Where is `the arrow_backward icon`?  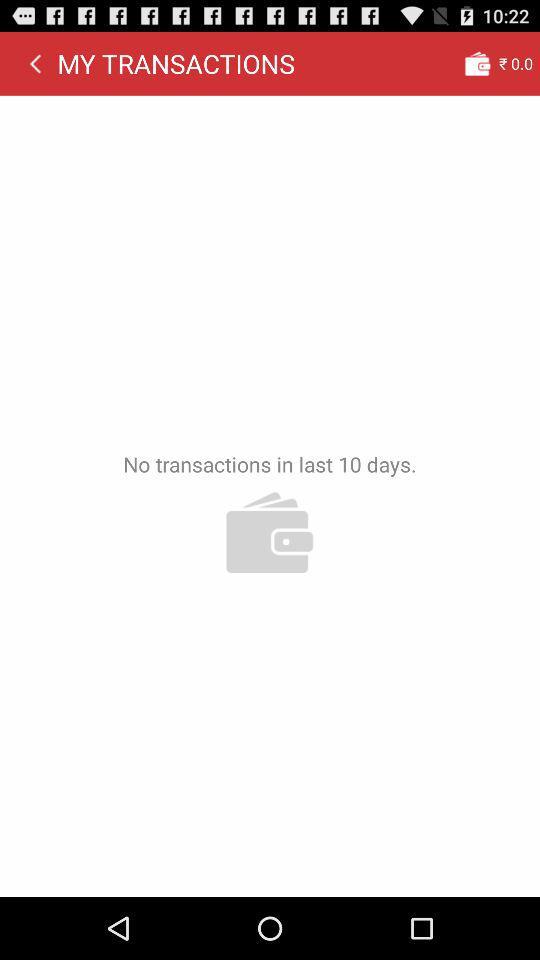 the arrow_backward icon is located at coordinates (35, 68).